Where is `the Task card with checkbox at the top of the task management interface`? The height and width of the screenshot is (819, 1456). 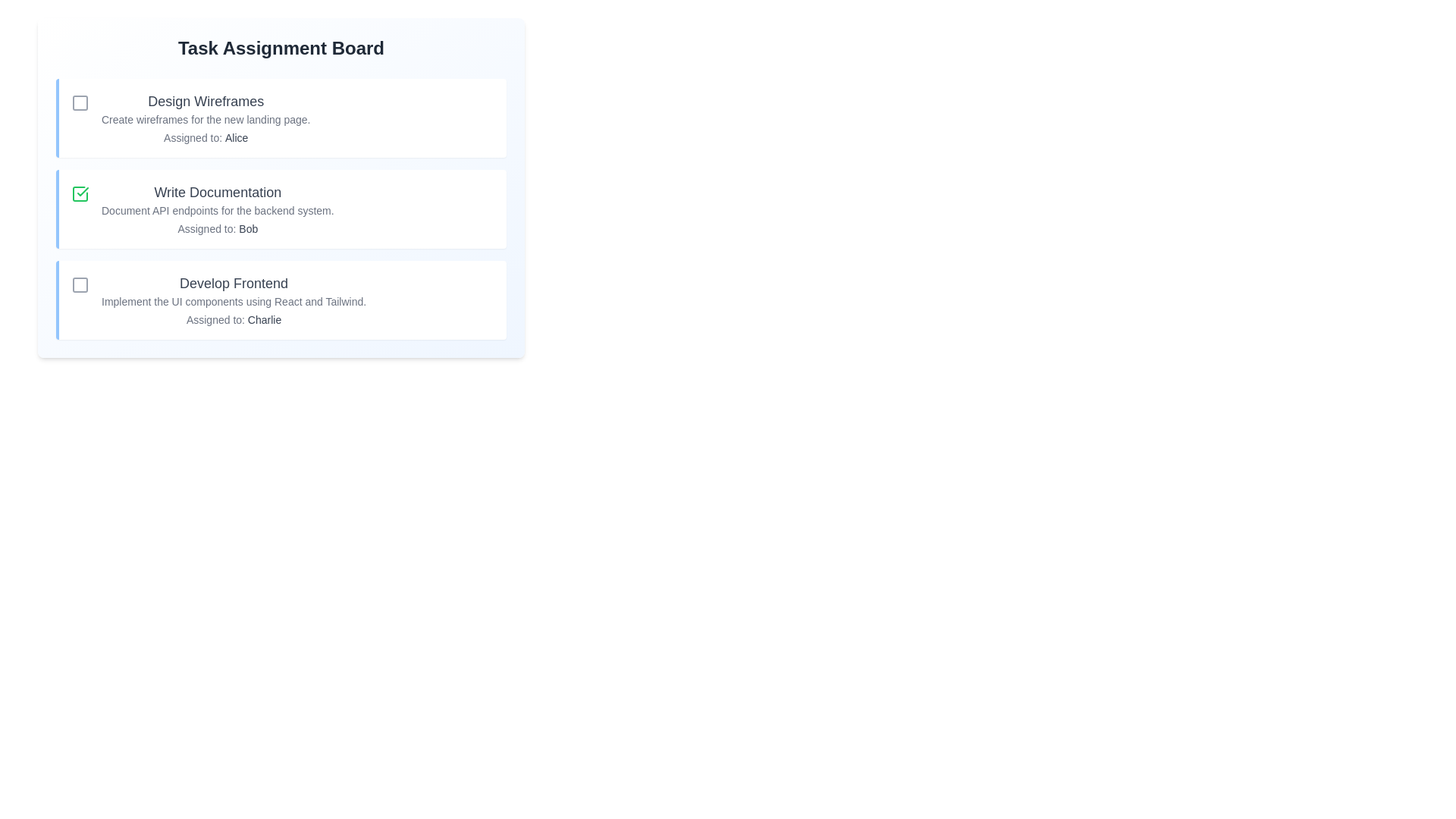
the Task card with checkbox at the top of the task management interface is located at coordinates (283, 117).